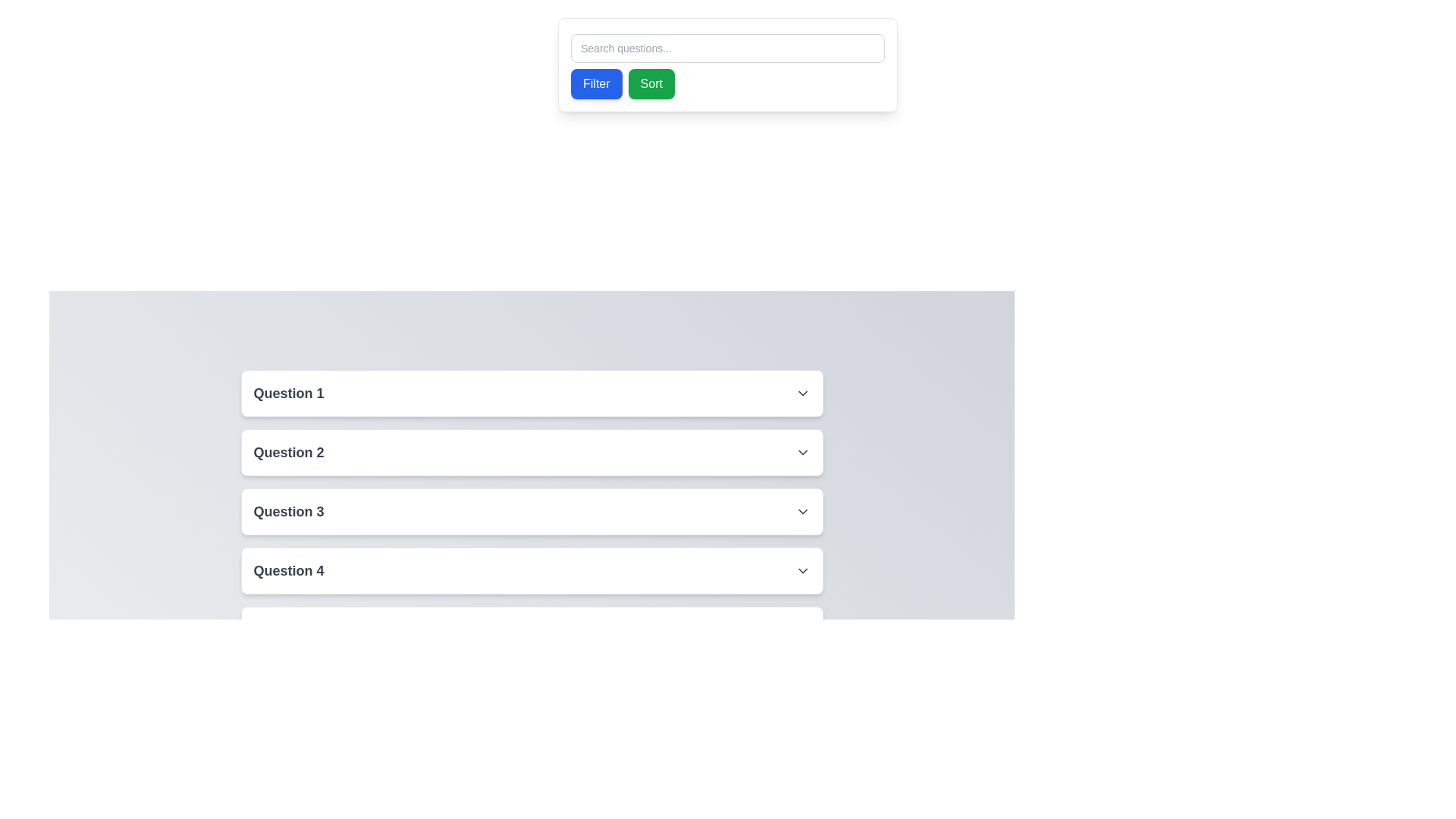 The image size is (1456, 819). What do you see at coordinates (802, 512) in the screenshot?
I see `the downward-facing chevron icon located to the right of 'Question 3'` at bounding box center [802, 512].